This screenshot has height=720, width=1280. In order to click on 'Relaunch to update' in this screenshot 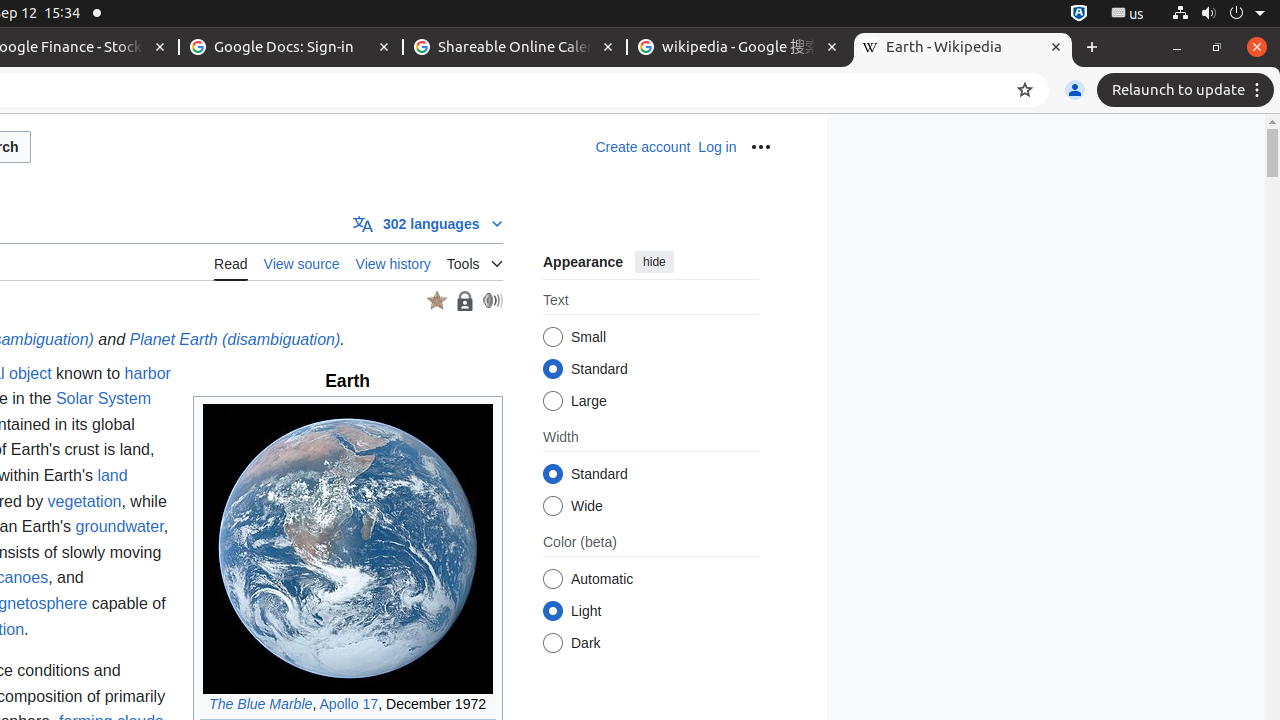, I will do `click(1188, 90)`.